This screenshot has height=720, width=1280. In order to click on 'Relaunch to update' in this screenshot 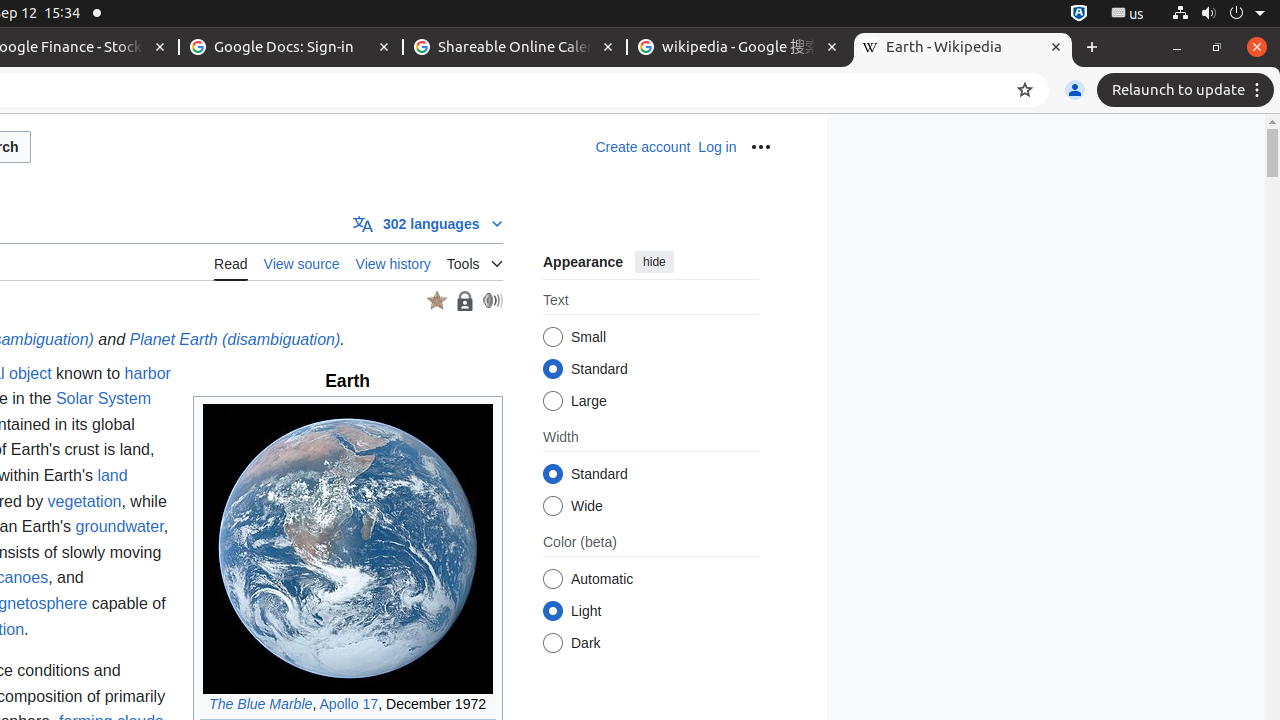, I will do `click(1188, 90)`.